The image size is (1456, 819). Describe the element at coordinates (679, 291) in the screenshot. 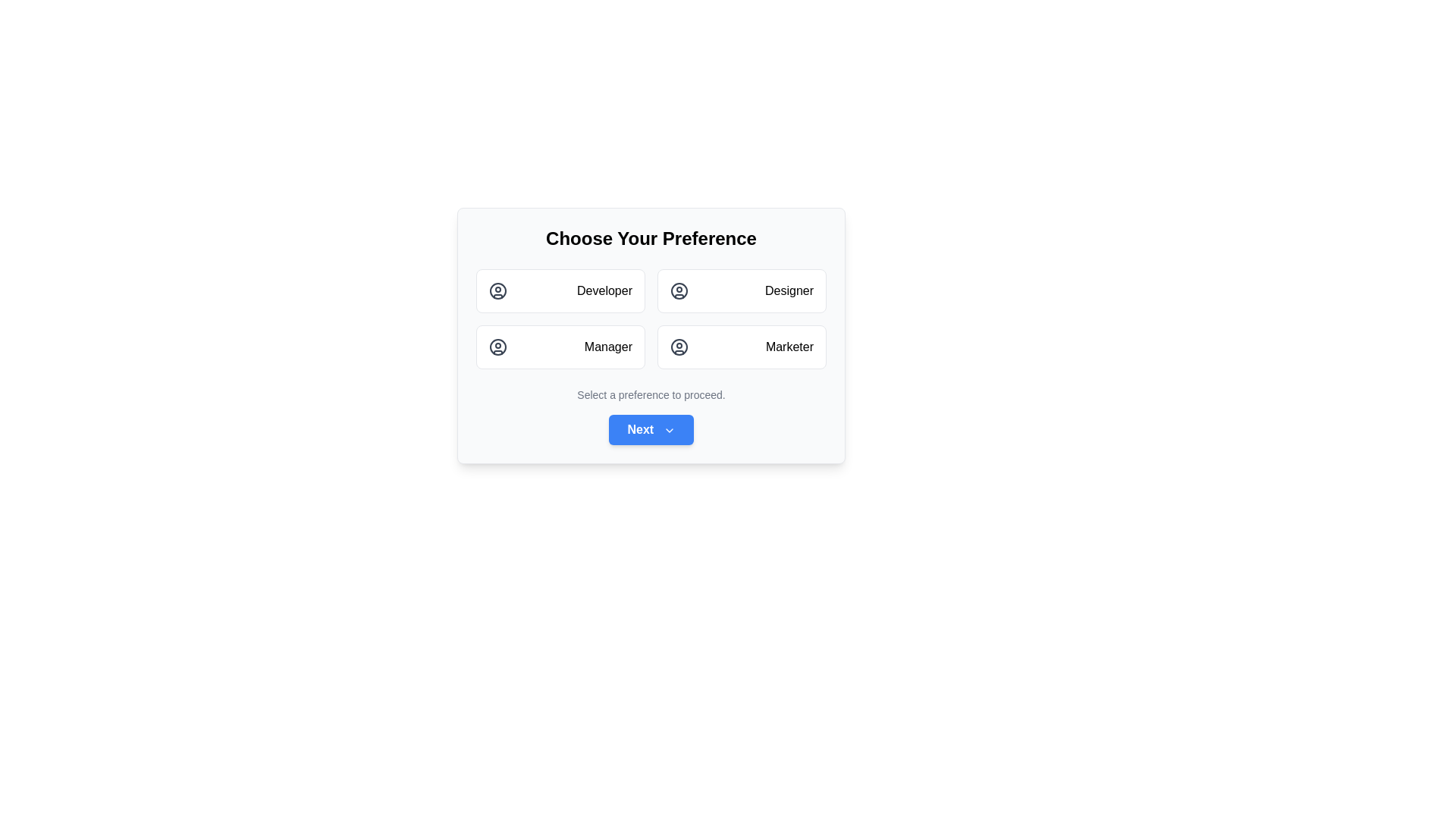

I see `the circular user silhouette icon in the 'Designer' button` at that location.